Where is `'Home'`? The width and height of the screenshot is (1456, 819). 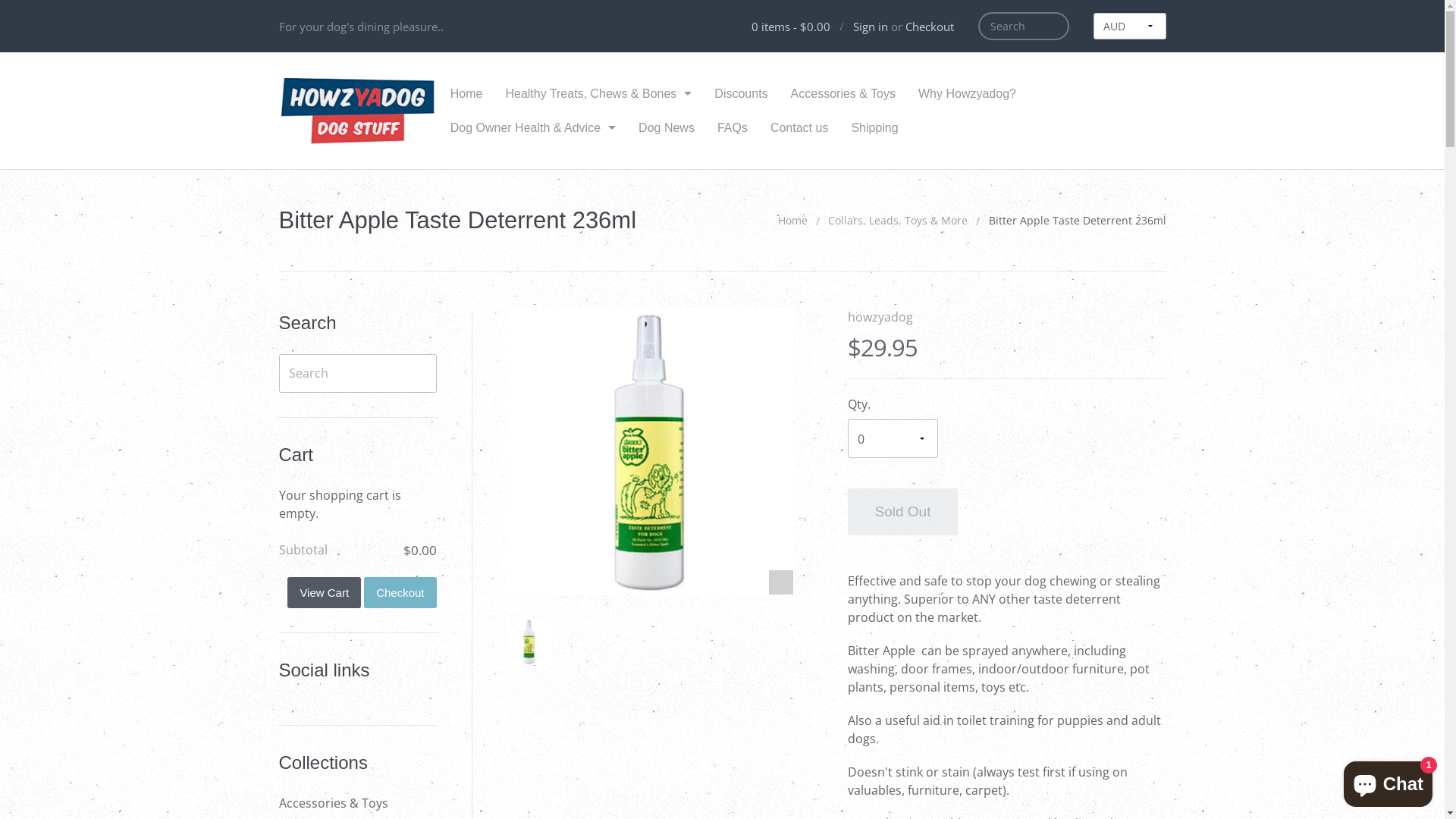 'Home' is located at coordinates (466, 93).